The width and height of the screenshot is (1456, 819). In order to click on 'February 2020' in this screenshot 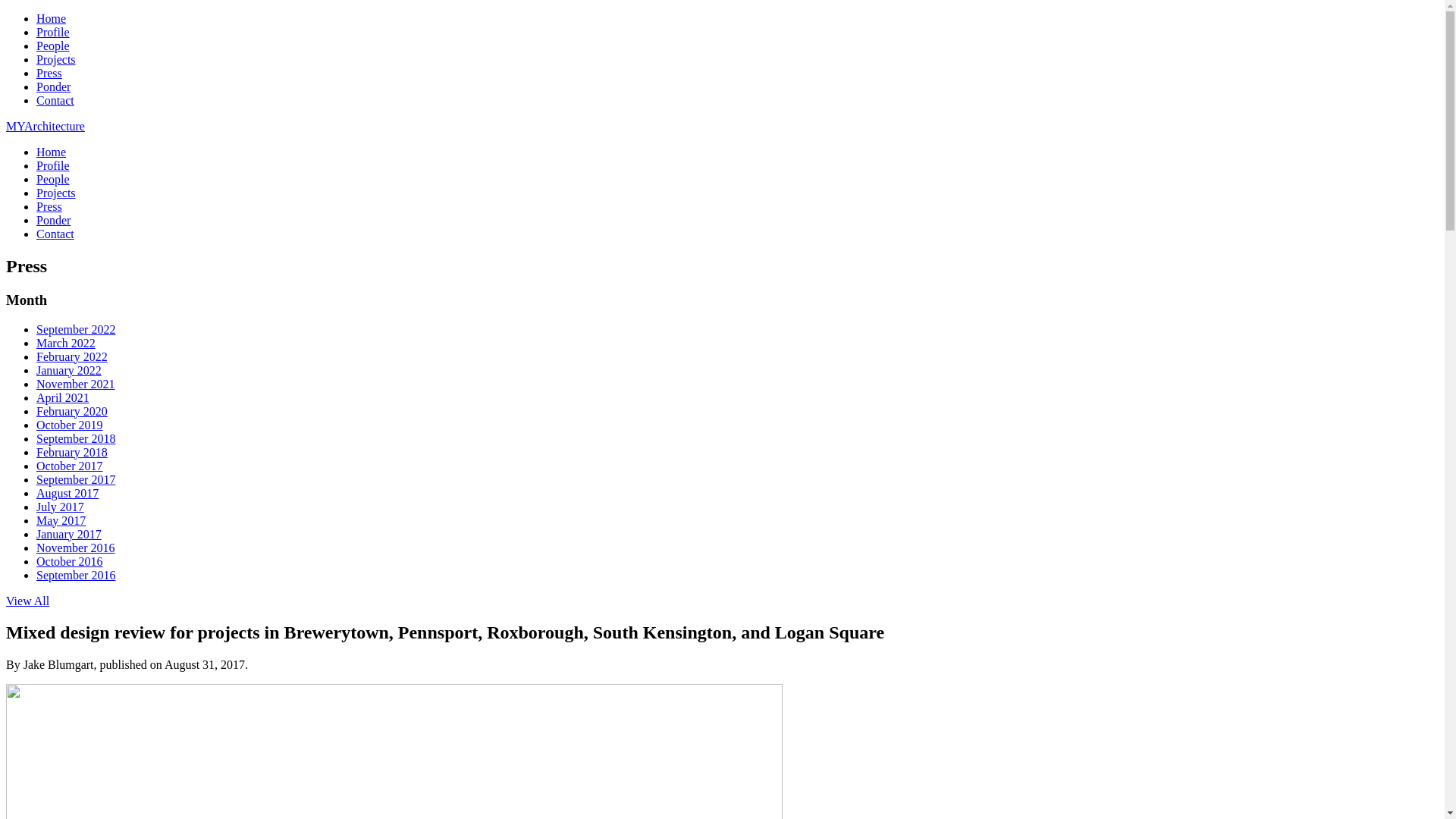, I will do `click(71, 411)`.